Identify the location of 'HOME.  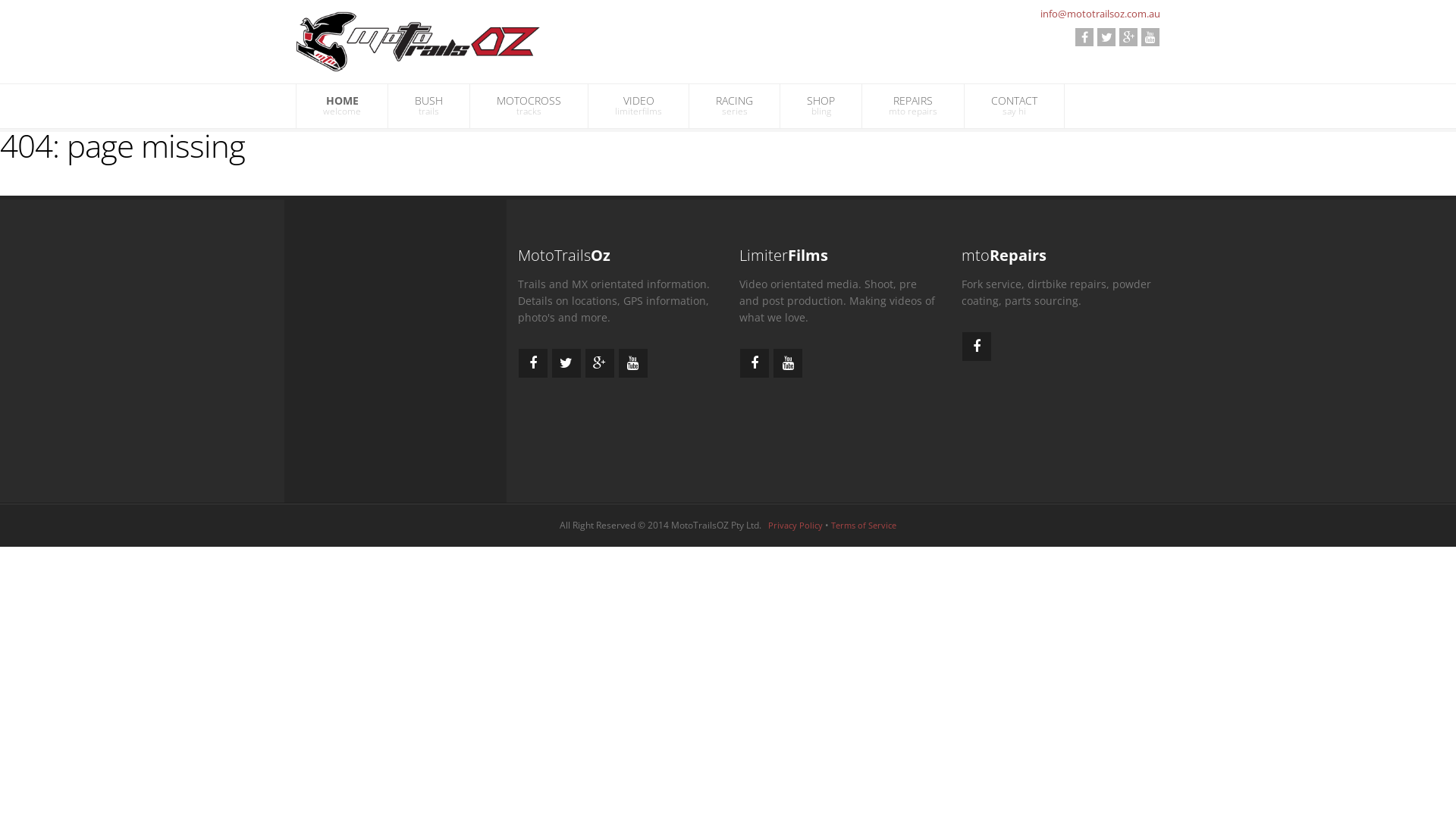
(341, 105).